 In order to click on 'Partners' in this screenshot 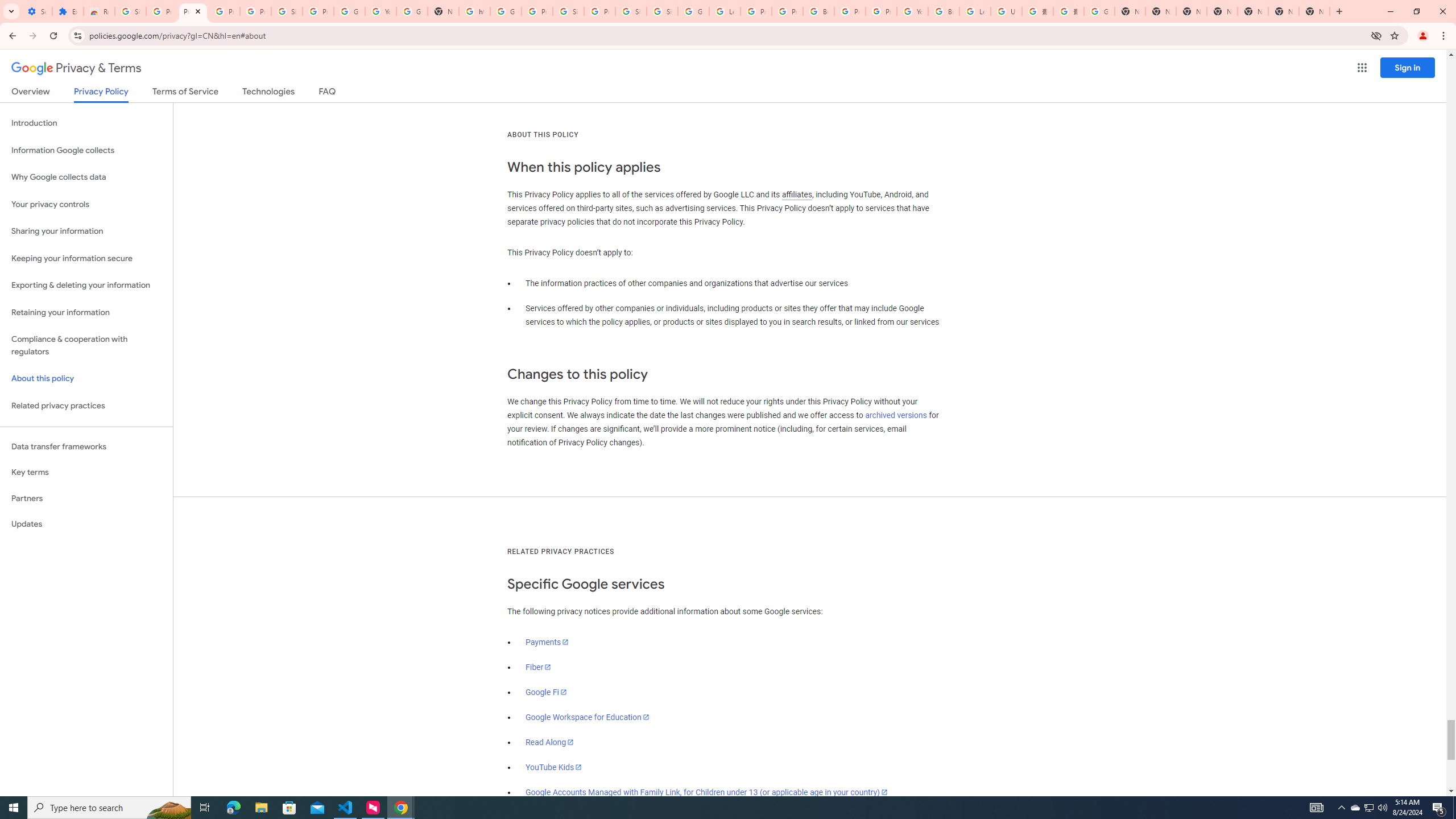, I will do `click(86, 498)`.